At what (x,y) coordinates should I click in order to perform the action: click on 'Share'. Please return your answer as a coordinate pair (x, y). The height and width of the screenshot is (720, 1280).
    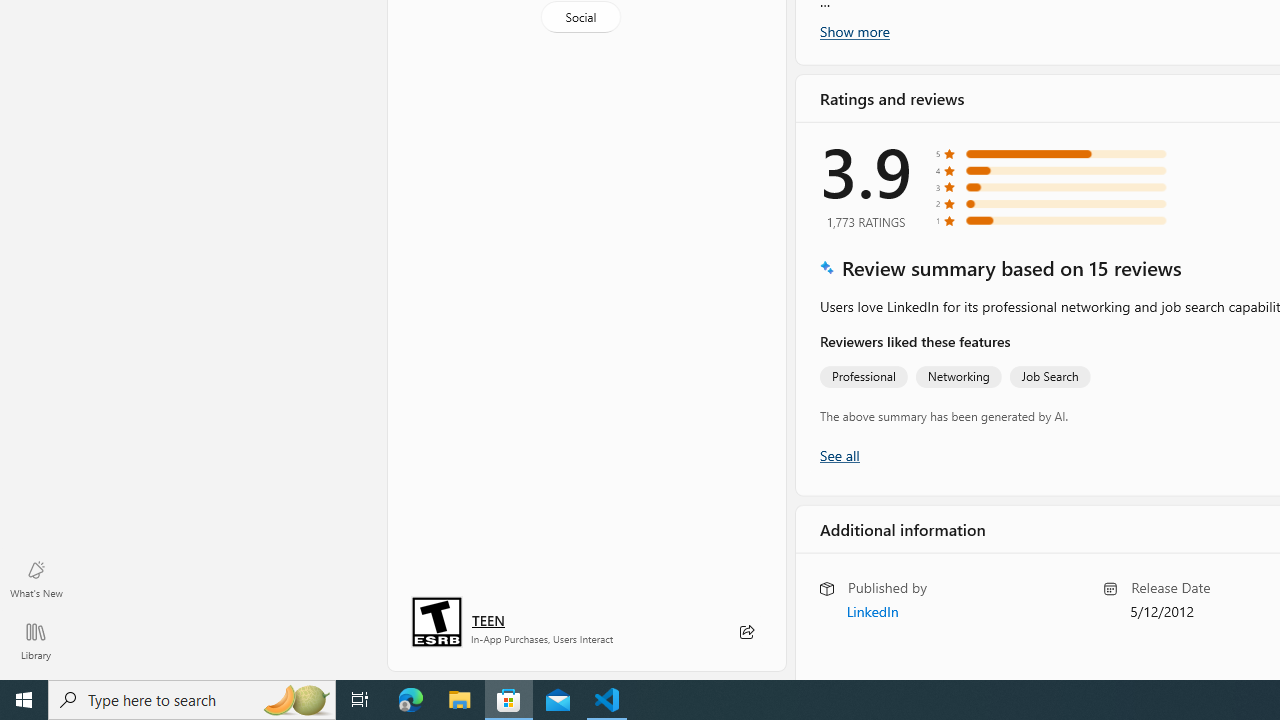
    Looking at the image, I should click on (745, 632).